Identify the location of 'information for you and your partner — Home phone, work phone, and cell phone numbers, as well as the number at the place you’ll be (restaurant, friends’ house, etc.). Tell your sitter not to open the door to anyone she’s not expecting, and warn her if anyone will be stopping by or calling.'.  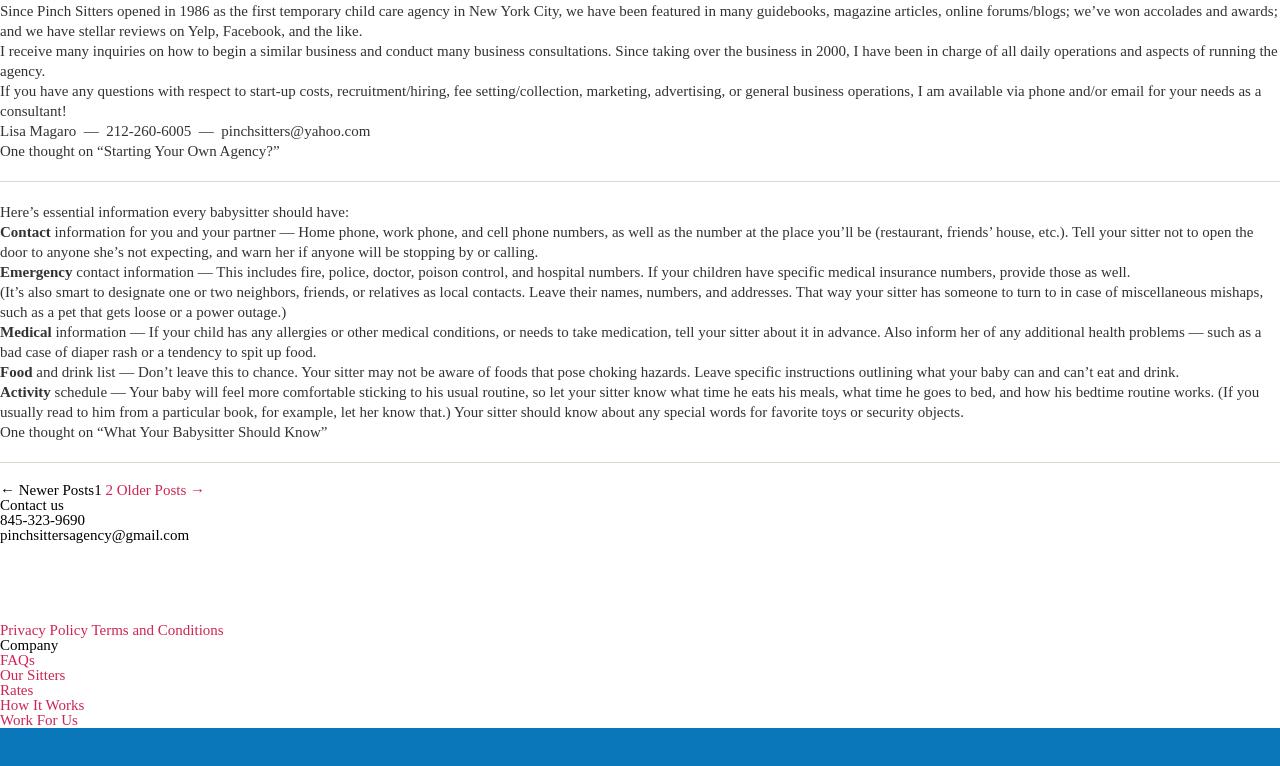
(625, 240).